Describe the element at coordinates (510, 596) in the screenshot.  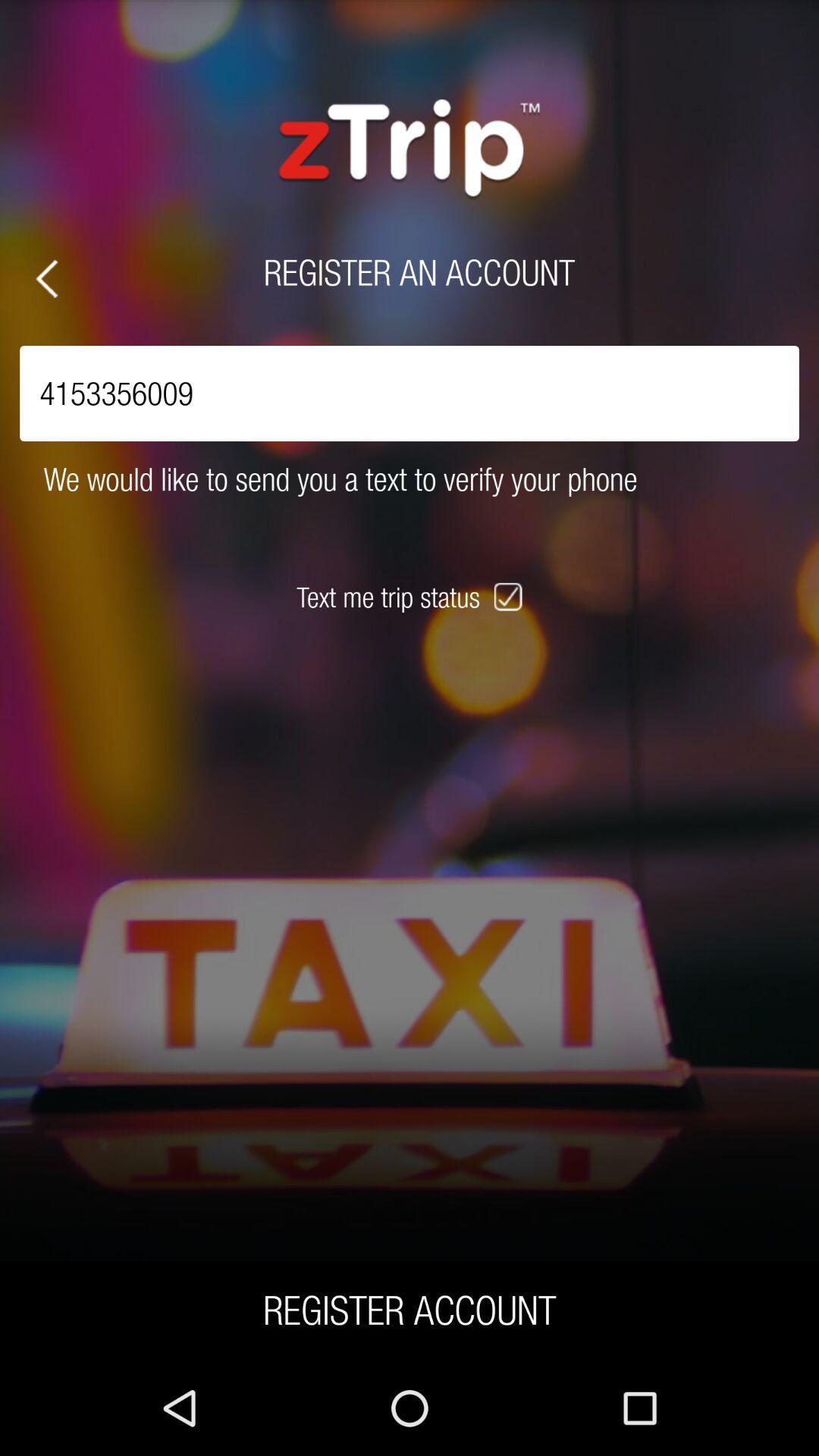
I see `icon below we would like item` at that location.